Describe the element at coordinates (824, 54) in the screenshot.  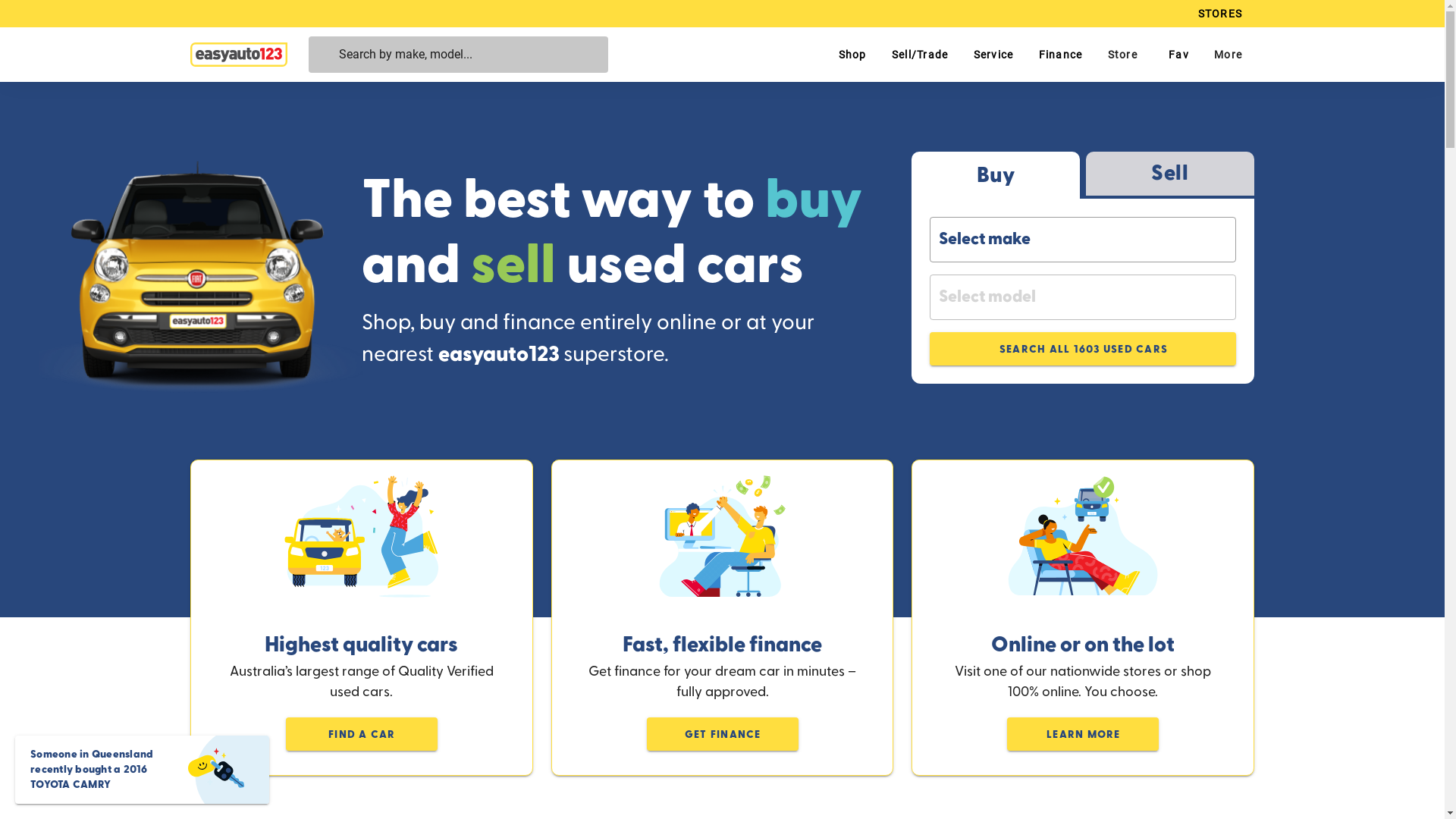
I see `'Shop'` at that location.